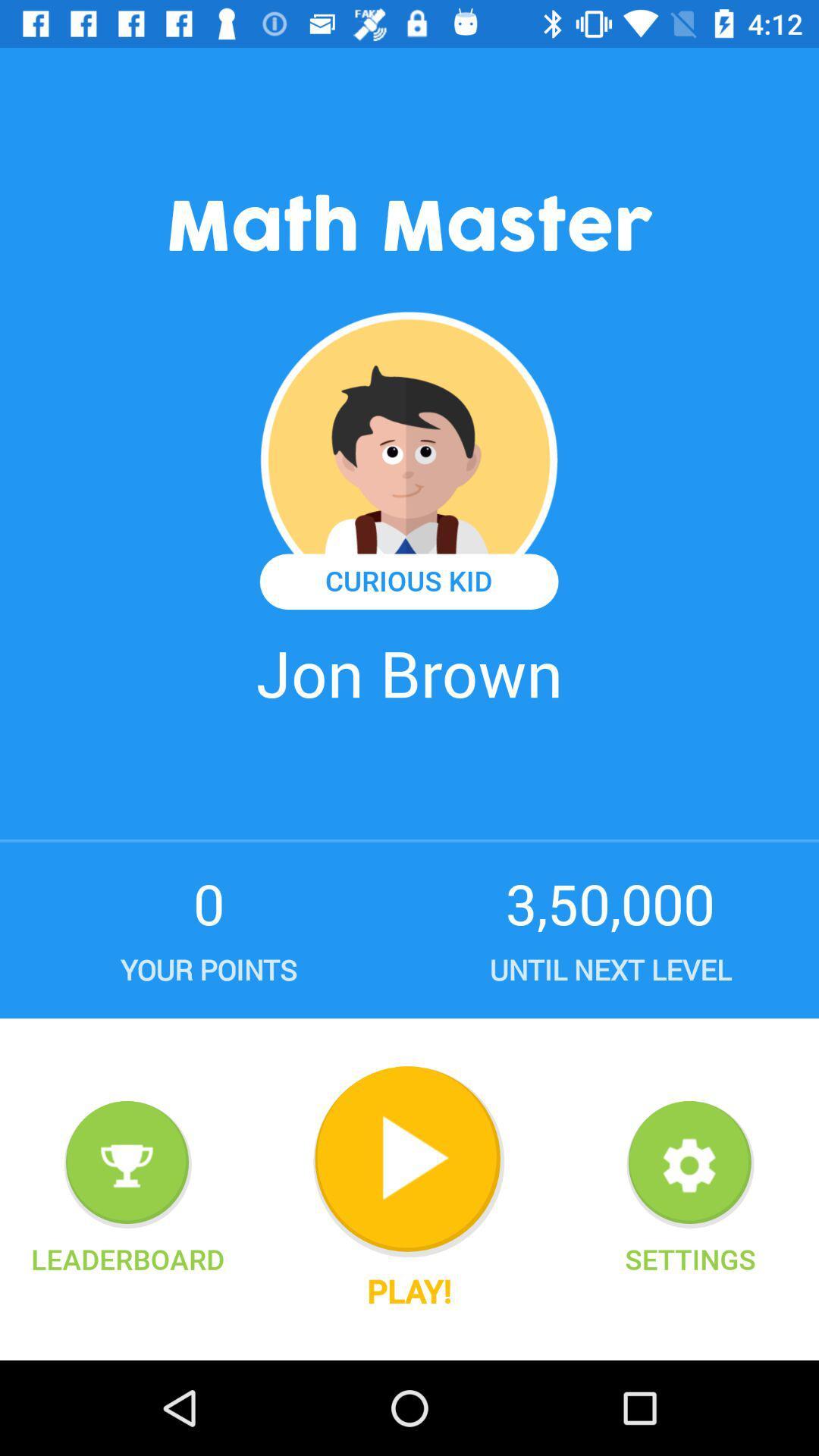  Describe the element at coordinates (408, 1290) in the screenshot. I see `play! icon` at that location.